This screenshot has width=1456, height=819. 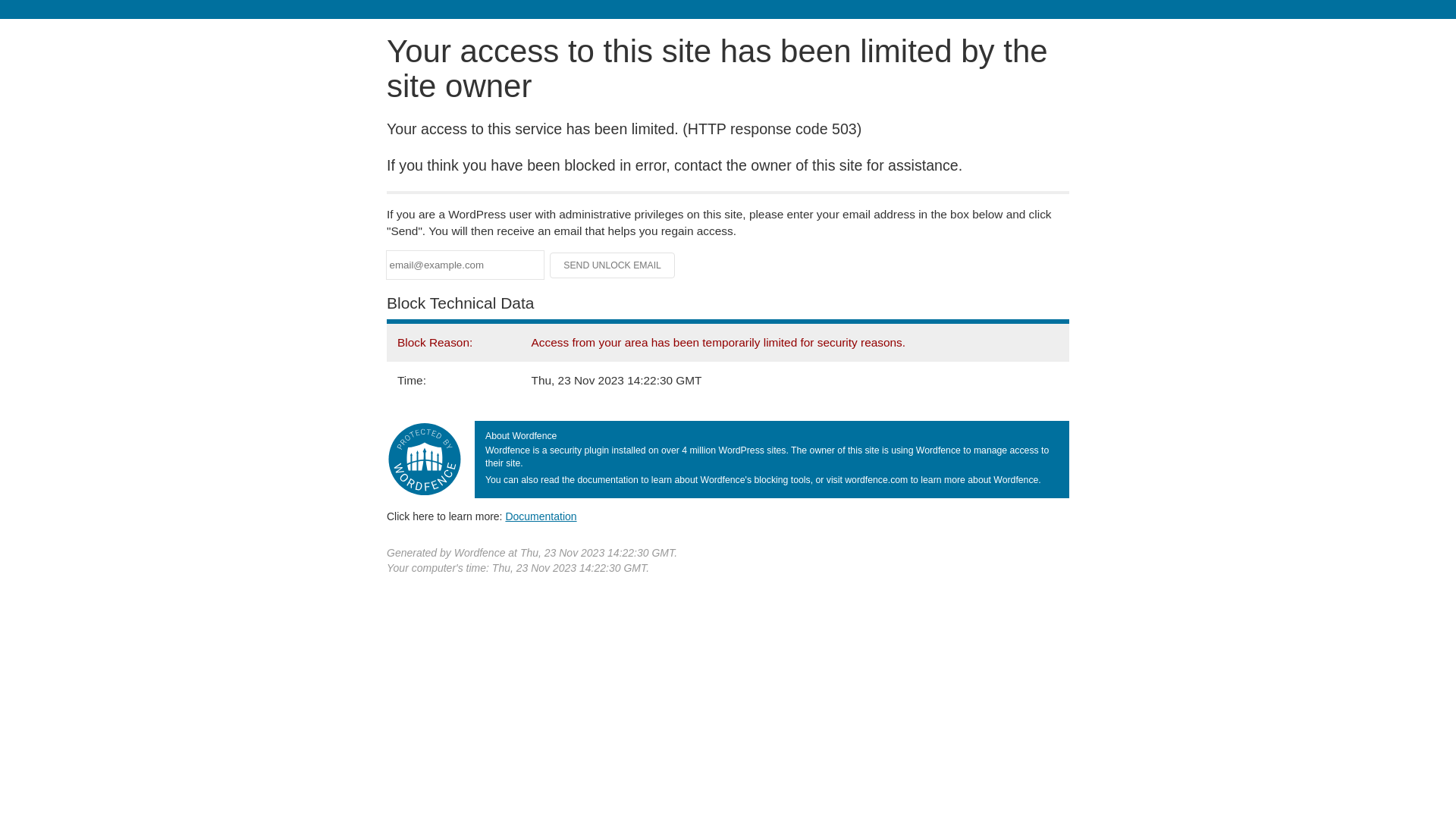 I want to click on 'Send Unlock Email', so click(x=612, y=265).